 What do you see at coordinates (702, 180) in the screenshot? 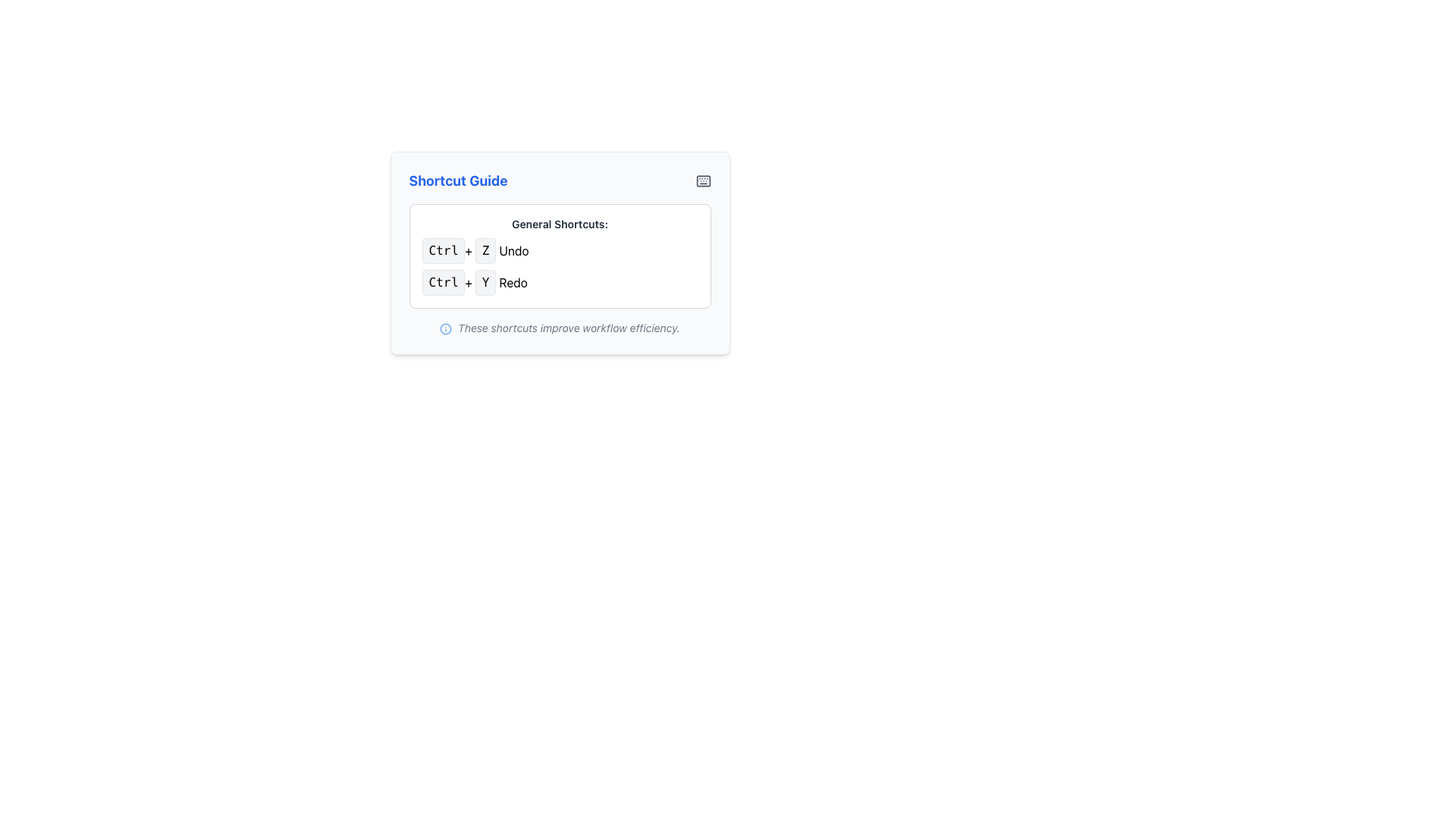
I see `the Icon Button located in the upper-right corner of the 'Shortcut Guide' section` at bounding box center [702, 180].